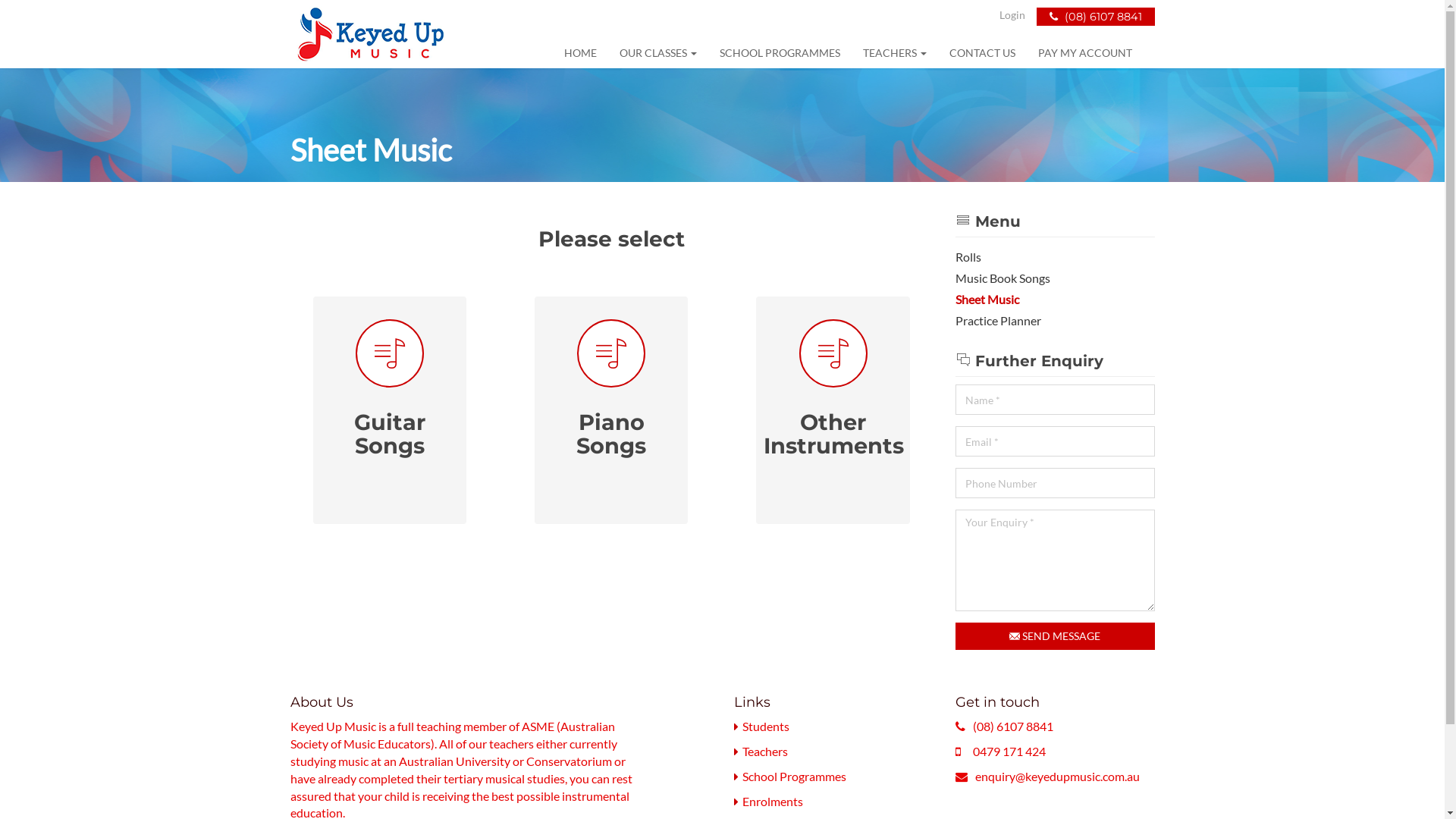 The width and height of the screenshot is (1456, 819). Describe the element at coordinates (764, 751) in the screenshot. I see `'Teachers'` at that location.